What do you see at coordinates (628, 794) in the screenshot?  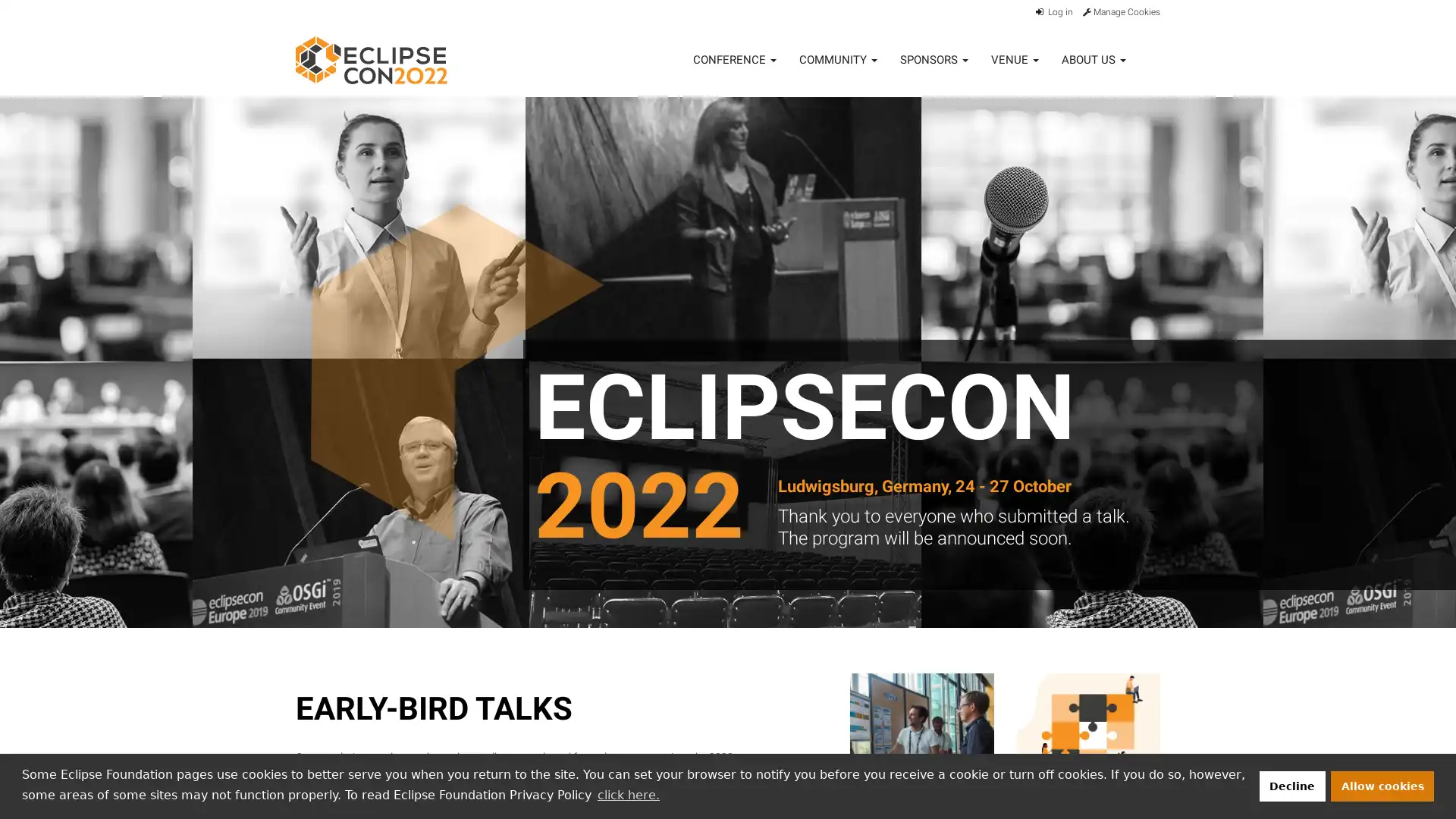 I see `learn more about cookies` at bounding box center [628, 794].